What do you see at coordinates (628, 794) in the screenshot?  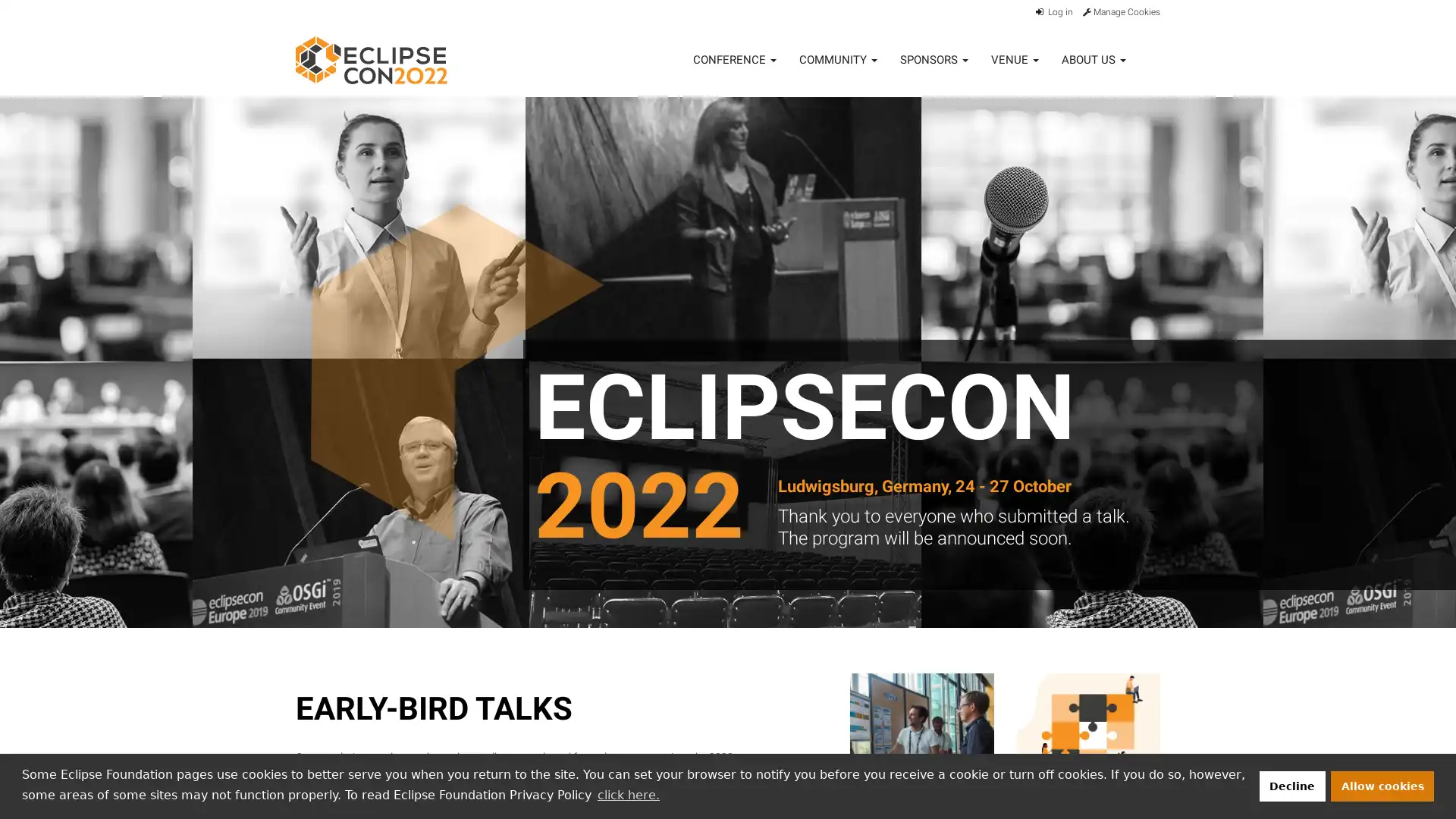 I see `learn more about cookies` at bounding box center [628, 794].